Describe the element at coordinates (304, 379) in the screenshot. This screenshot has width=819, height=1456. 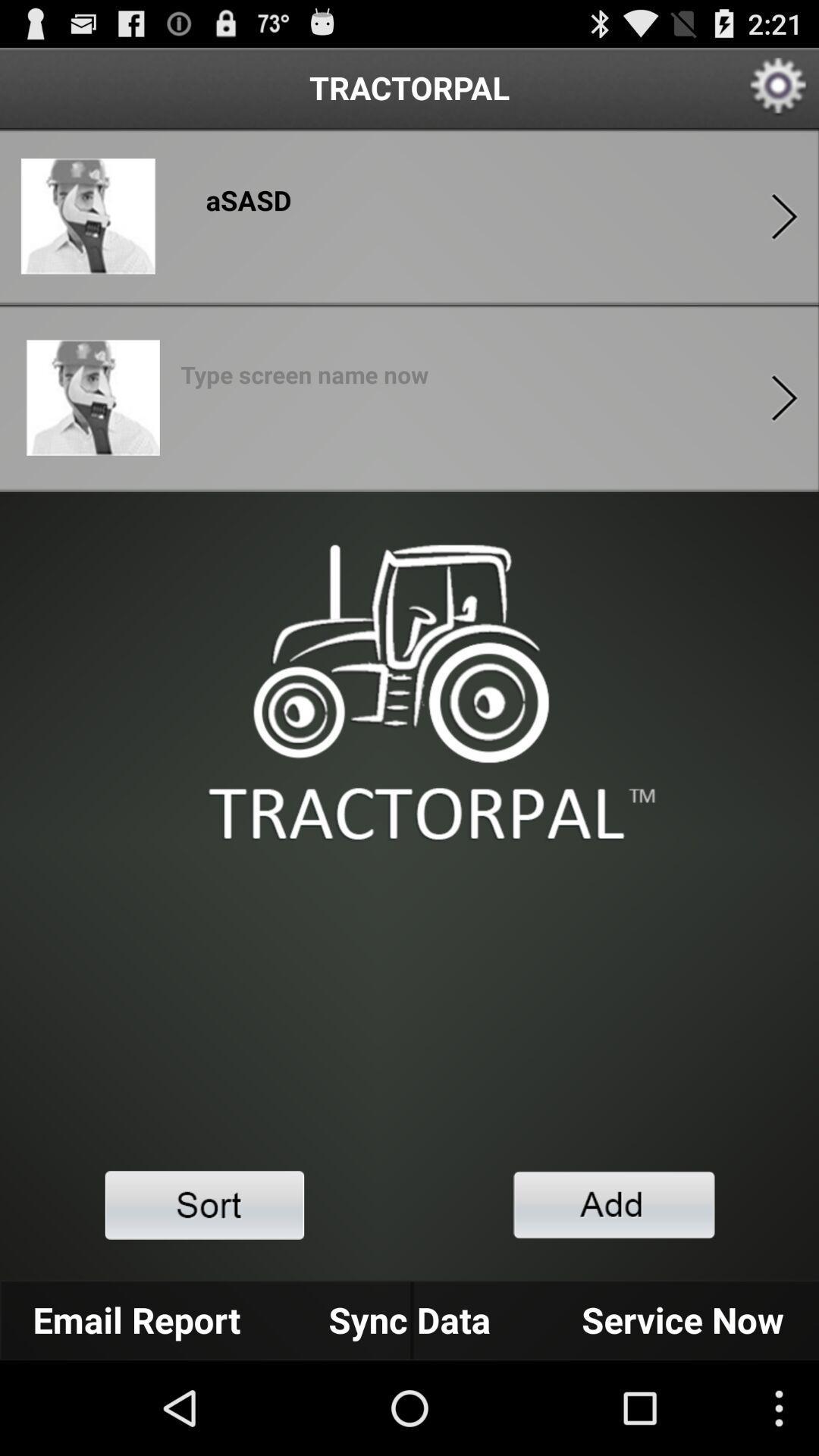
I see `input screen name` at that location.